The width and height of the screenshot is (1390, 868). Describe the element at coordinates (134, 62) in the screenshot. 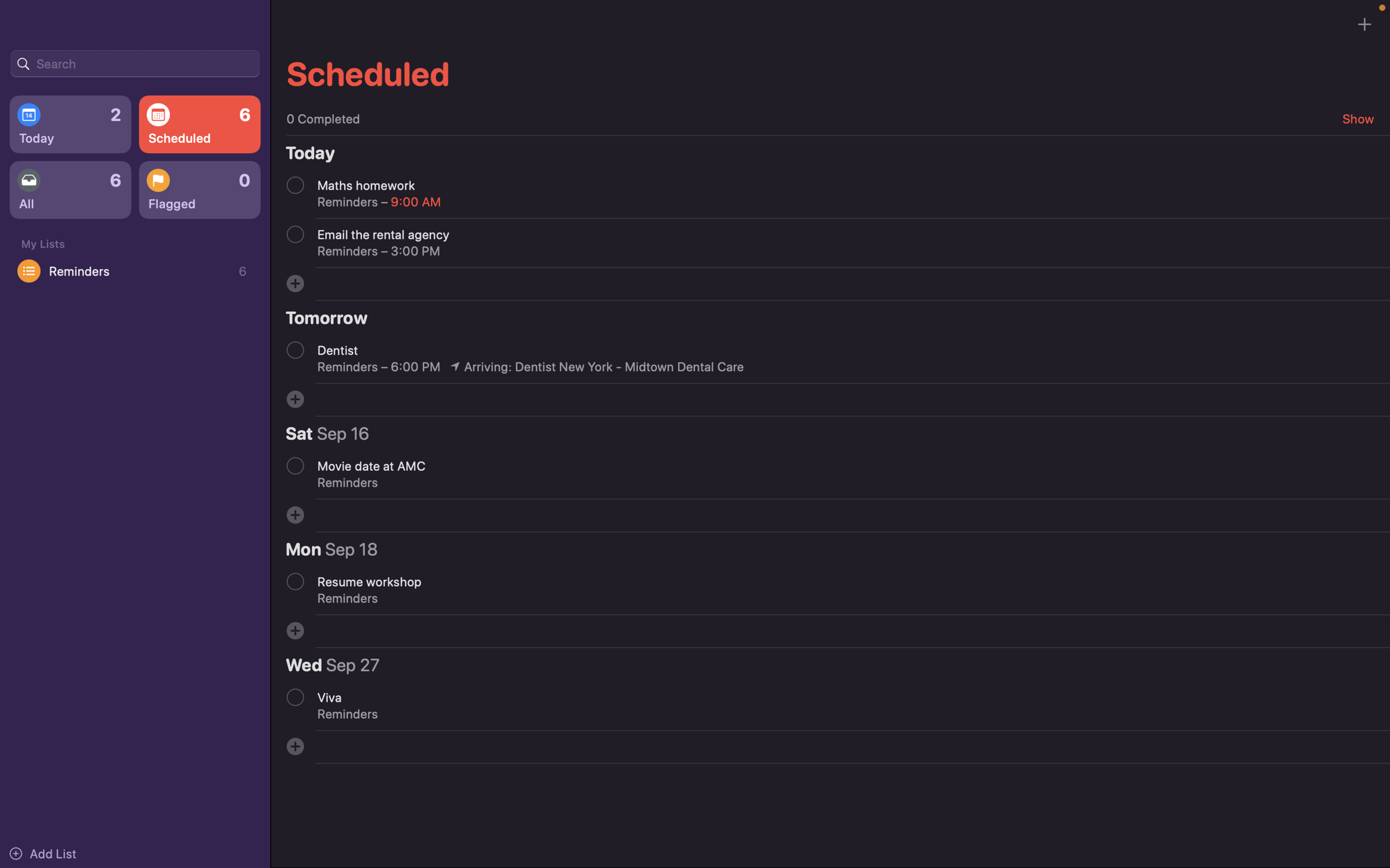

I see `View all the events for the year 2022` at that location.